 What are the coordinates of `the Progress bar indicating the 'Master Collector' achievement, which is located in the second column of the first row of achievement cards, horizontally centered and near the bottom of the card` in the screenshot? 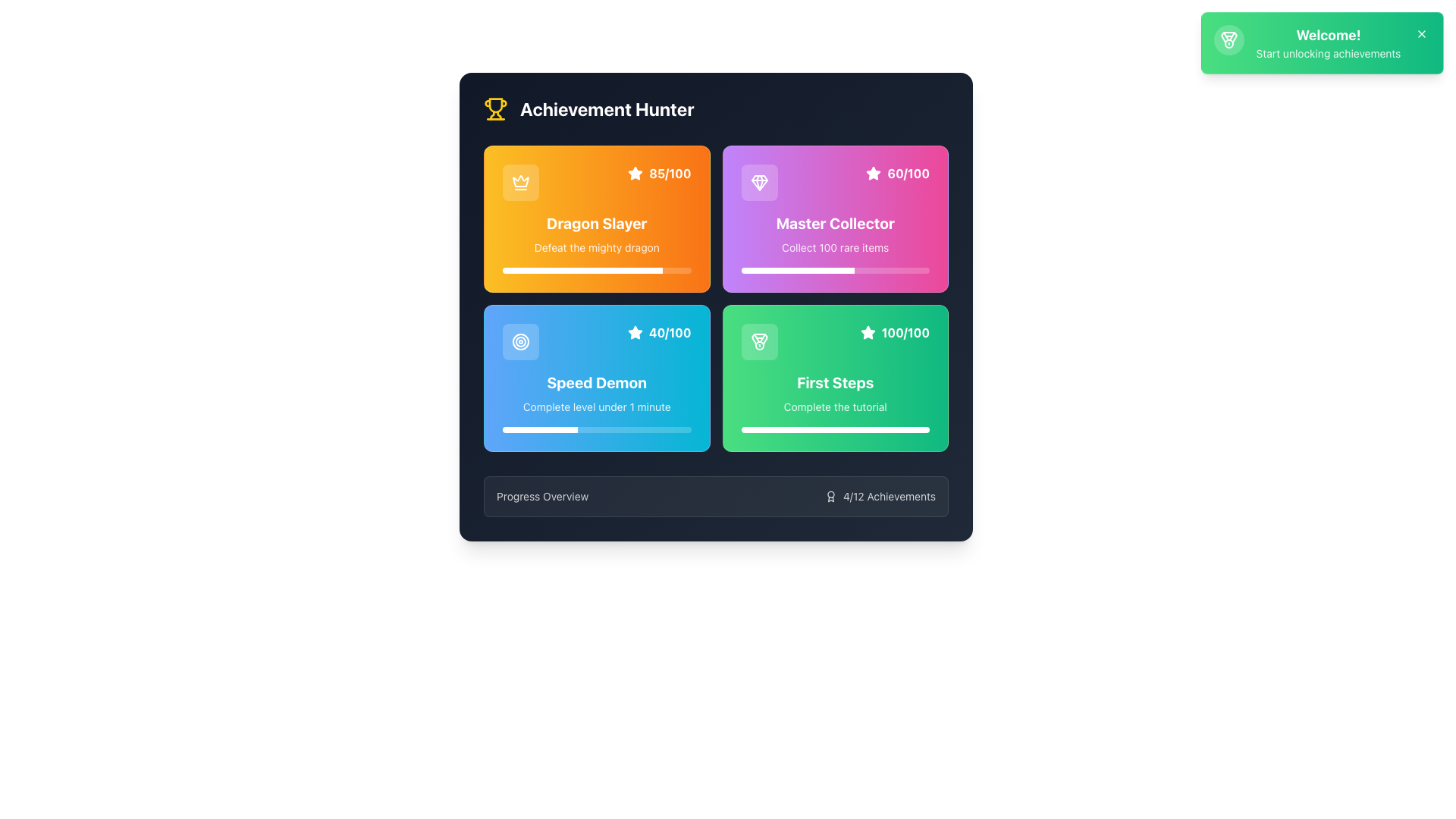 It's located at (834, 270).